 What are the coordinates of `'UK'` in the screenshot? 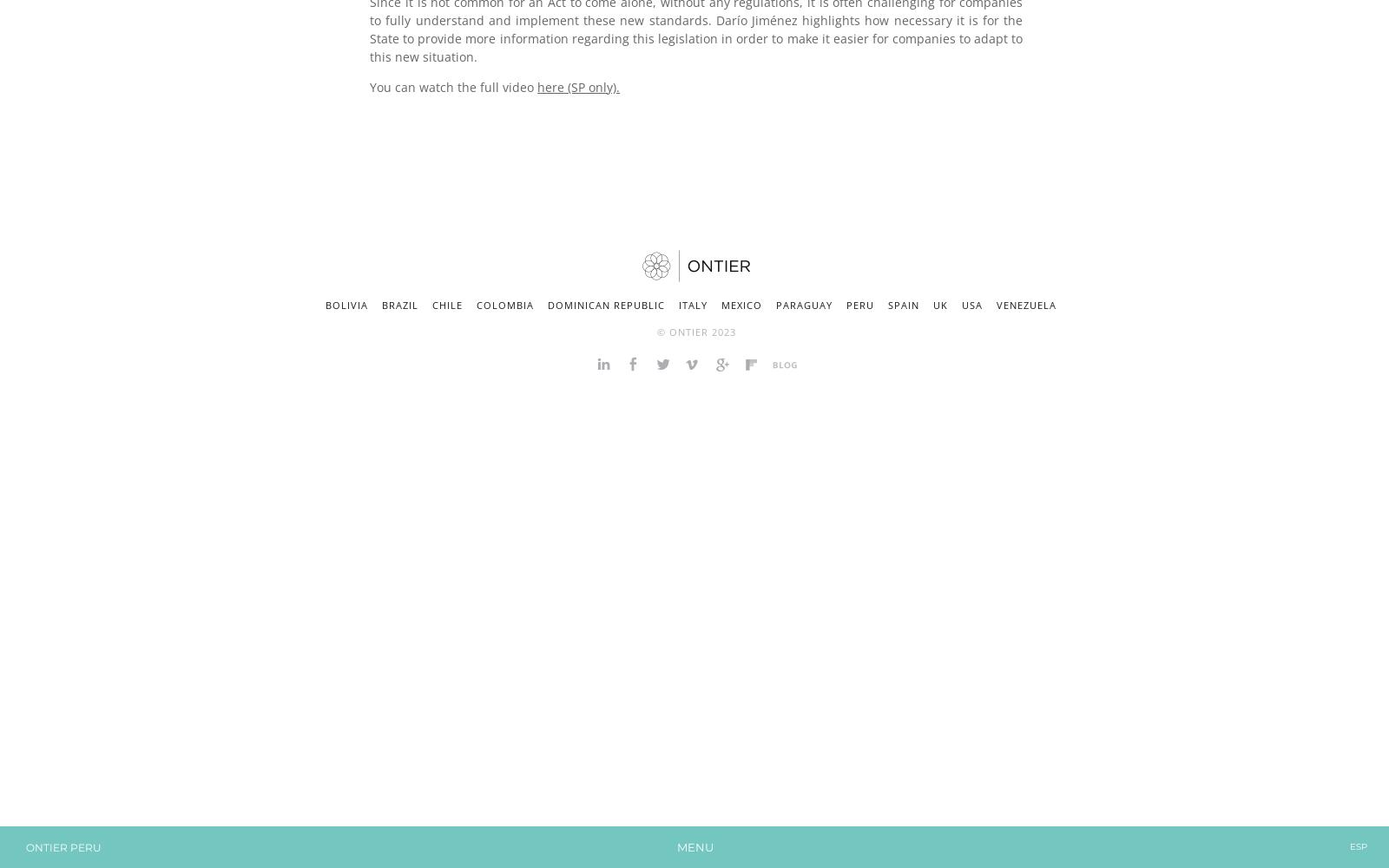 It's located at (940, 304).